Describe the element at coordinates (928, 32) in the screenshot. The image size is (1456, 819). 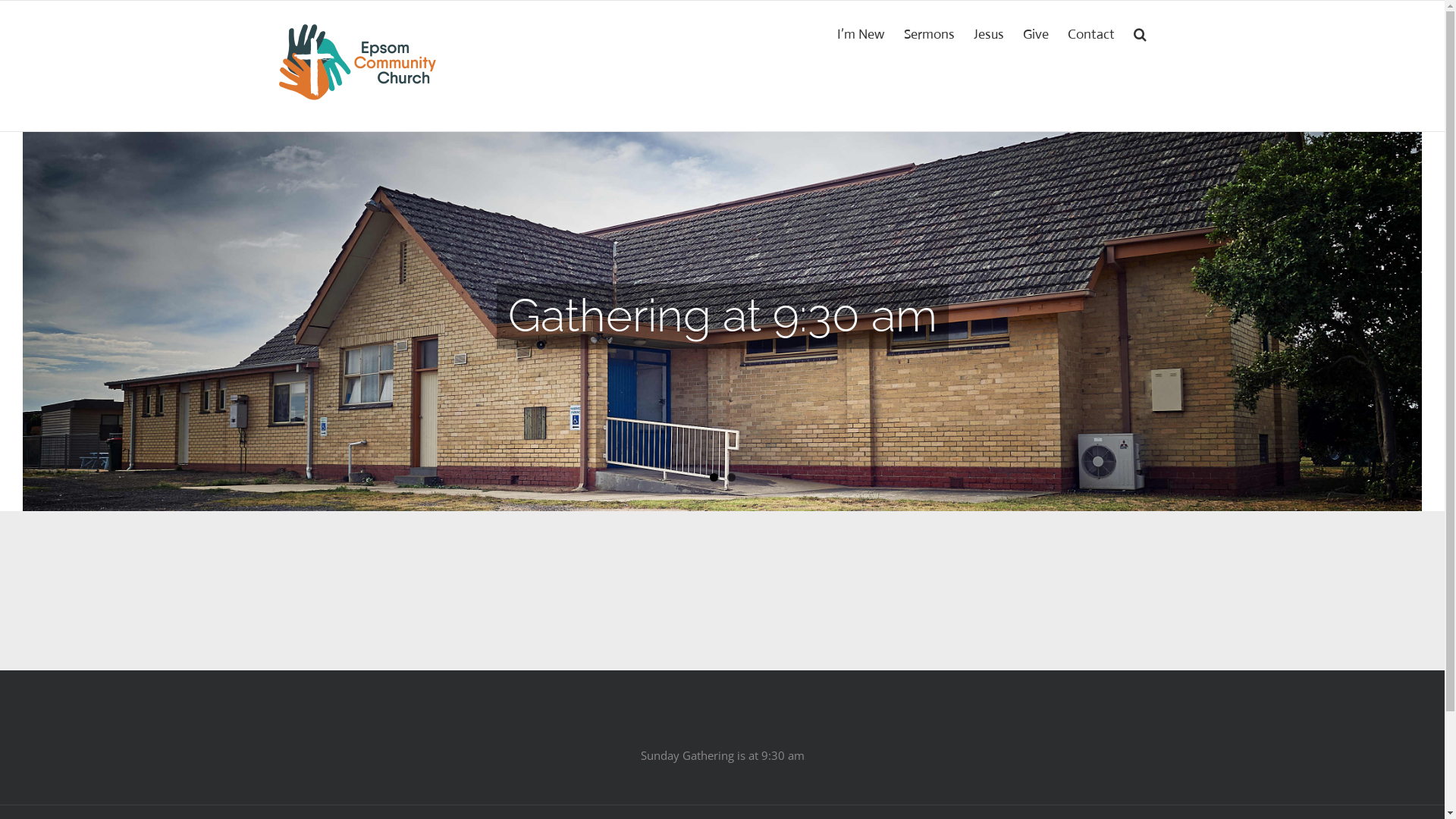
I see `'Sermons'` at that location.